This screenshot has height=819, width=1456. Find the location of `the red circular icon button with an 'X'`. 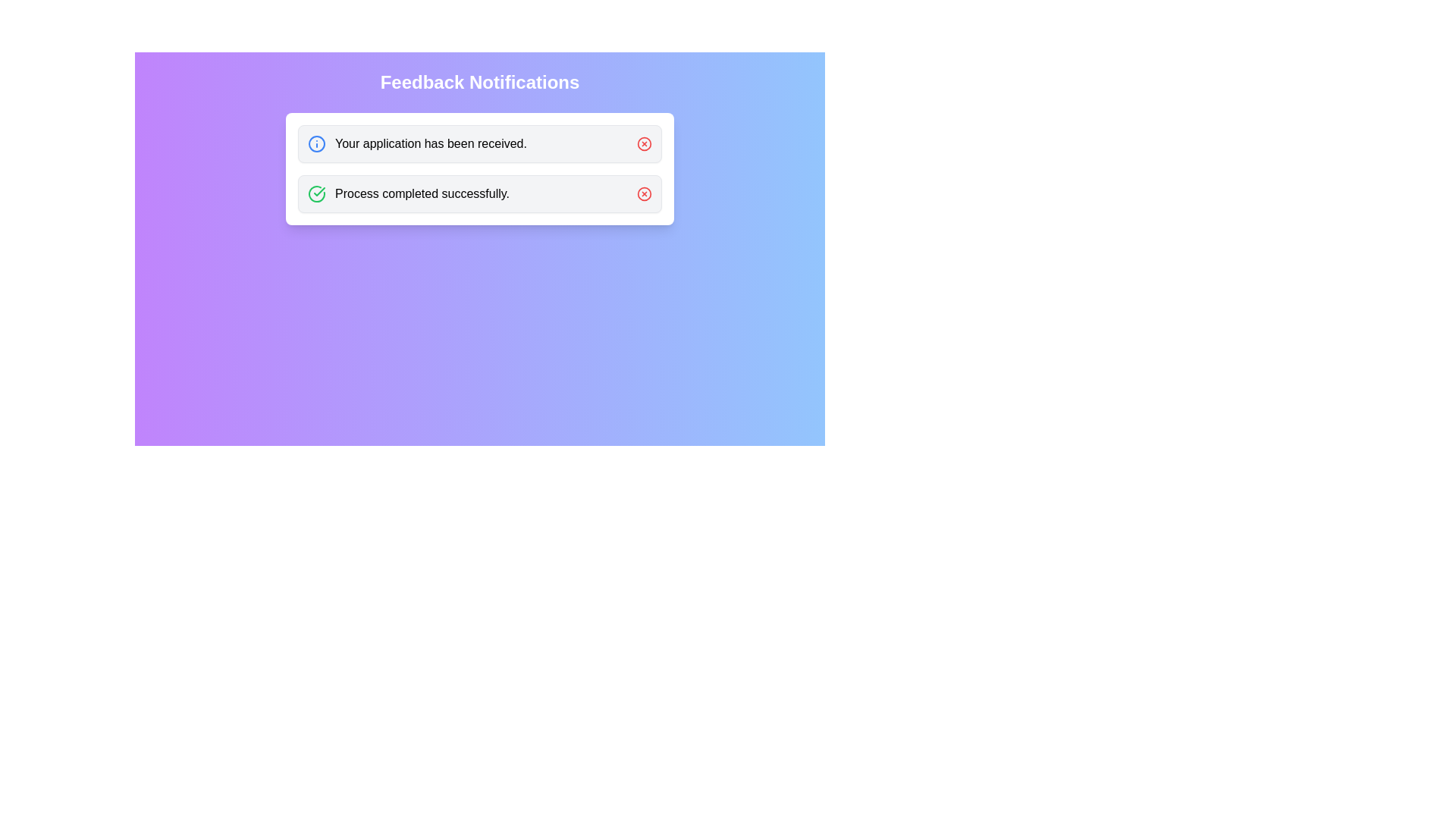

the red circular icon button with an 'X' is located at coordinates (644, 143).